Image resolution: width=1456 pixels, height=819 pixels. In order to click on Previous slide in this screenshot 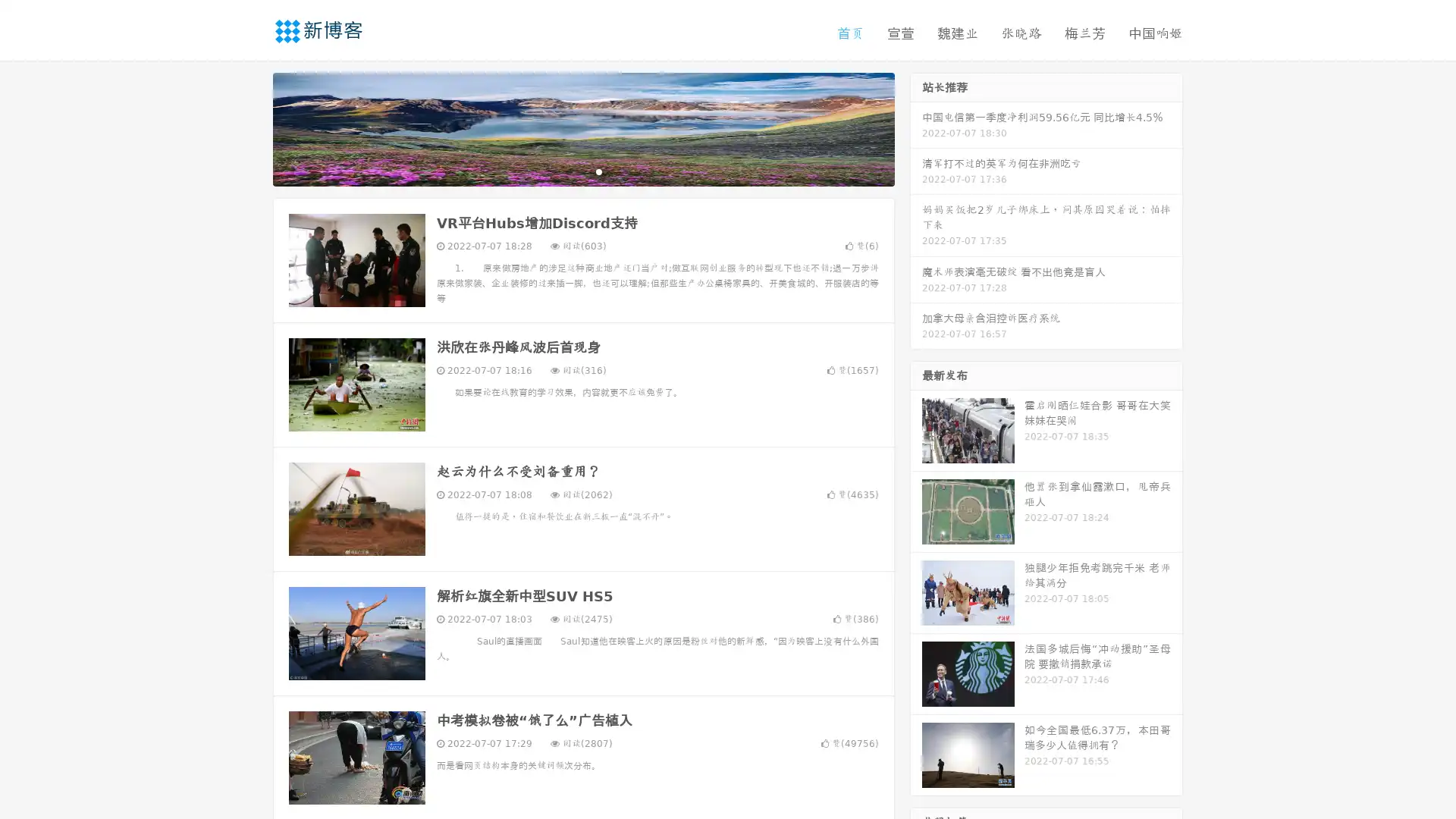, I will do `click(250, 127)`.